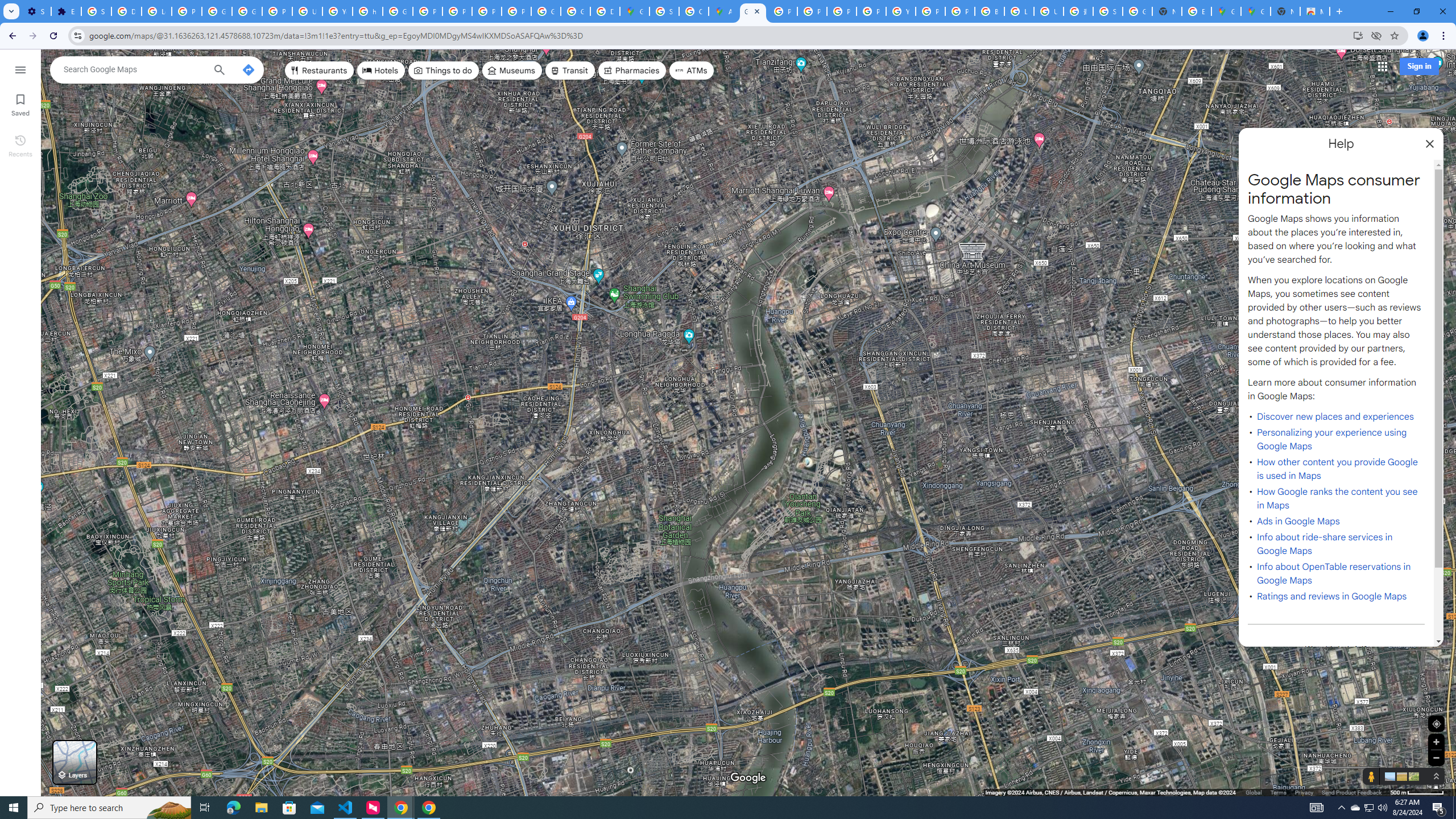  What do you see at coordinates (1256, 11) in the screenshot?
I see `'Google Maps'` at bounding box center [1256, 11].